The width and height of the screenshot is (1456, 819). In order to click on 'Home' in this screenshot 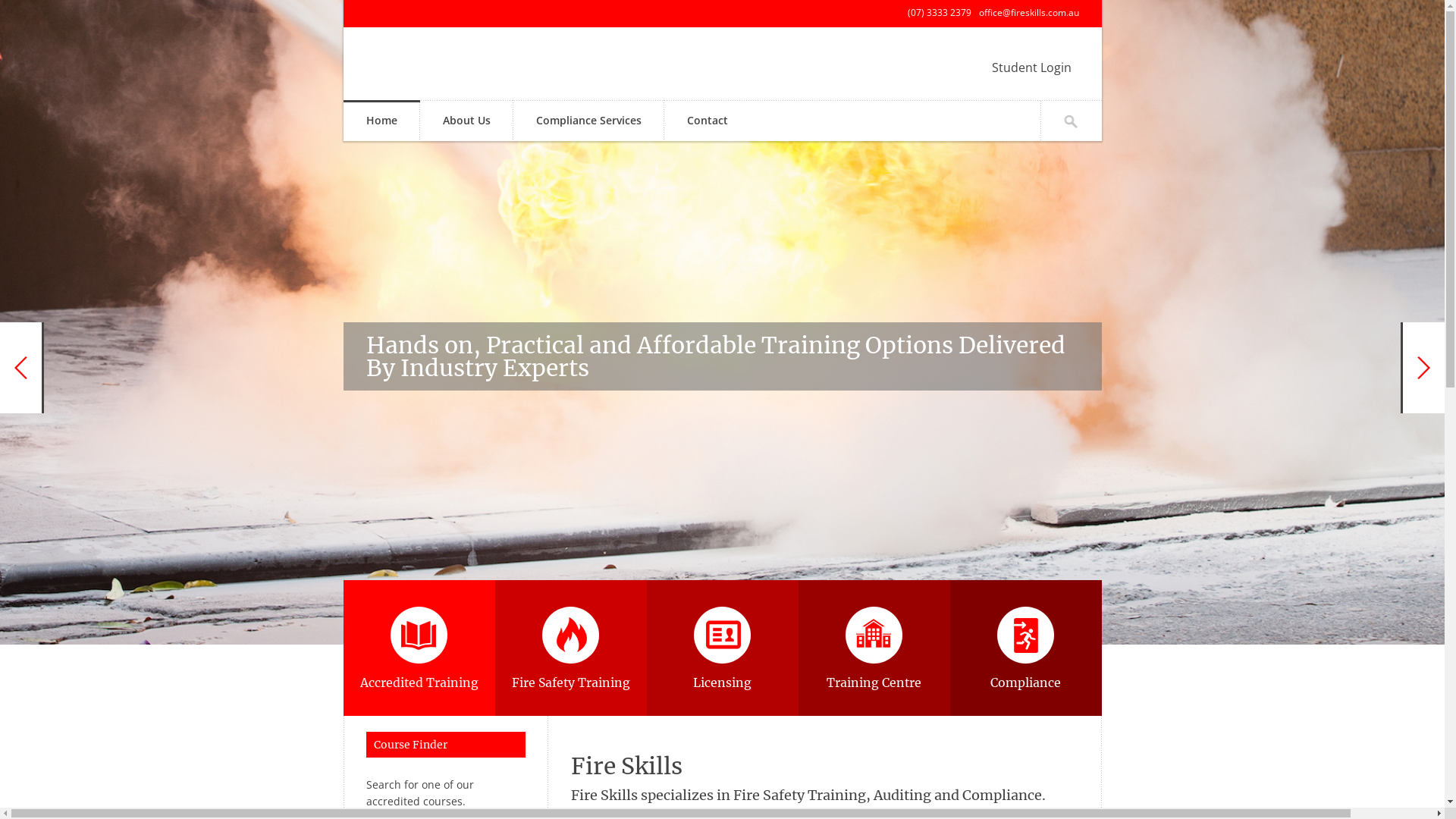, I will do `click(381, 121)`.